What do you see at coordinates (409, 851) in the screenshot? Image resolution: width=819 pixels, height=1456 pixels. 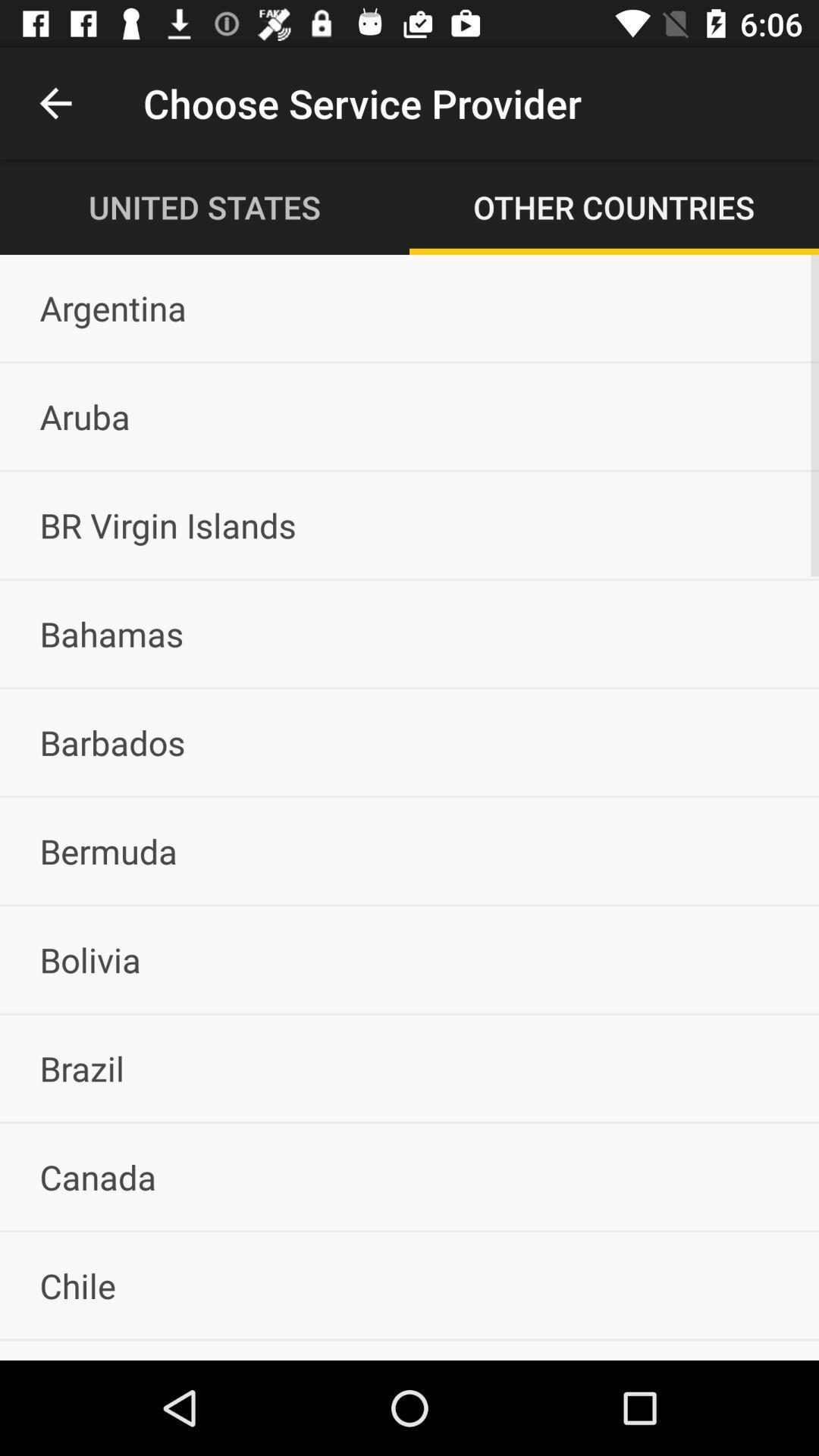 I see `item above the bolivia icon` at bounding box center [409, 851].